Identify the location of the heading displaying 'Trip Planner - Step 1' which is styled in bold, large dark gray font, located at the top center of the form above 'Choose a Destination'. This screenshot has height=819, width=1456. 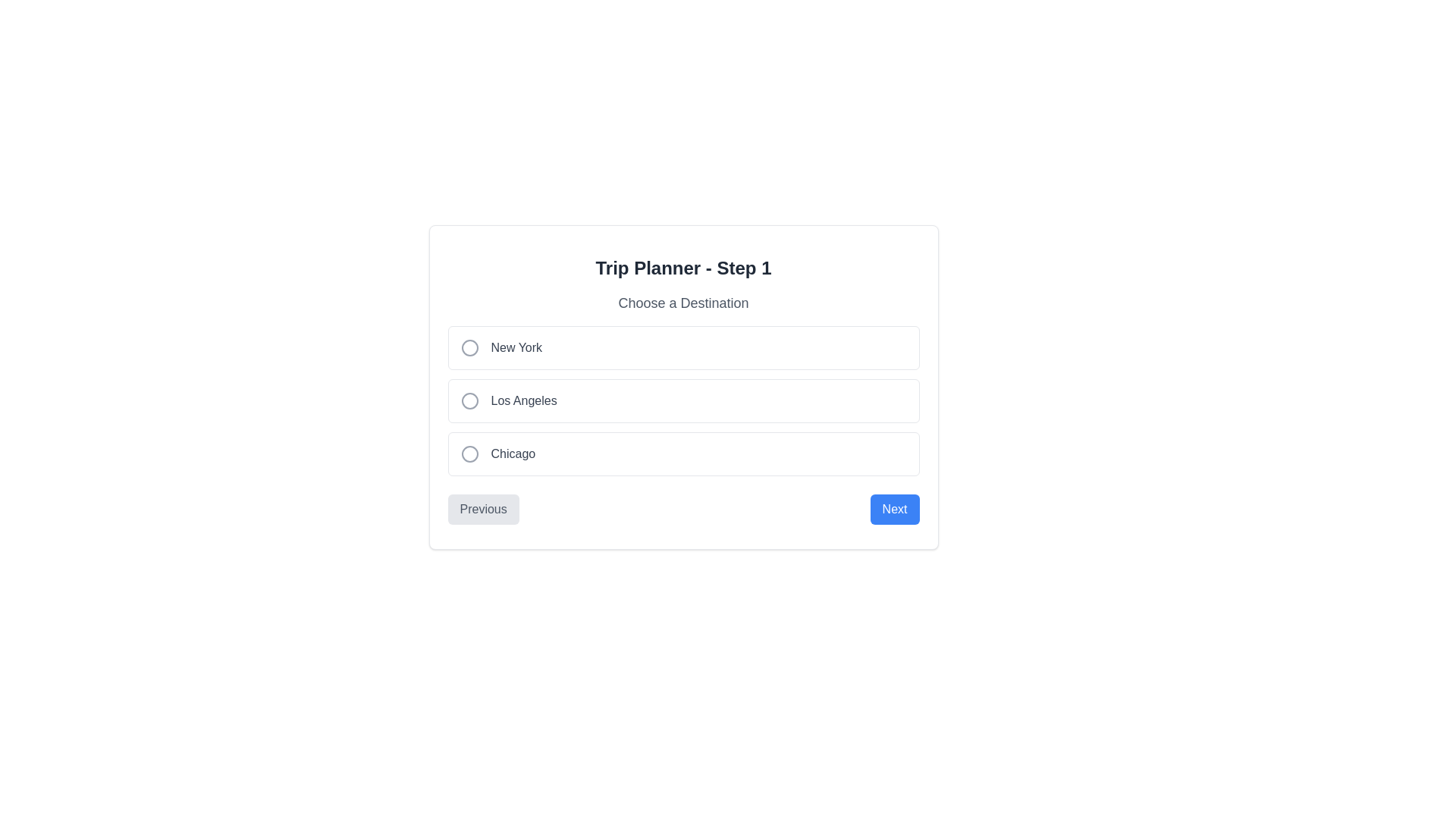
(682, 268).